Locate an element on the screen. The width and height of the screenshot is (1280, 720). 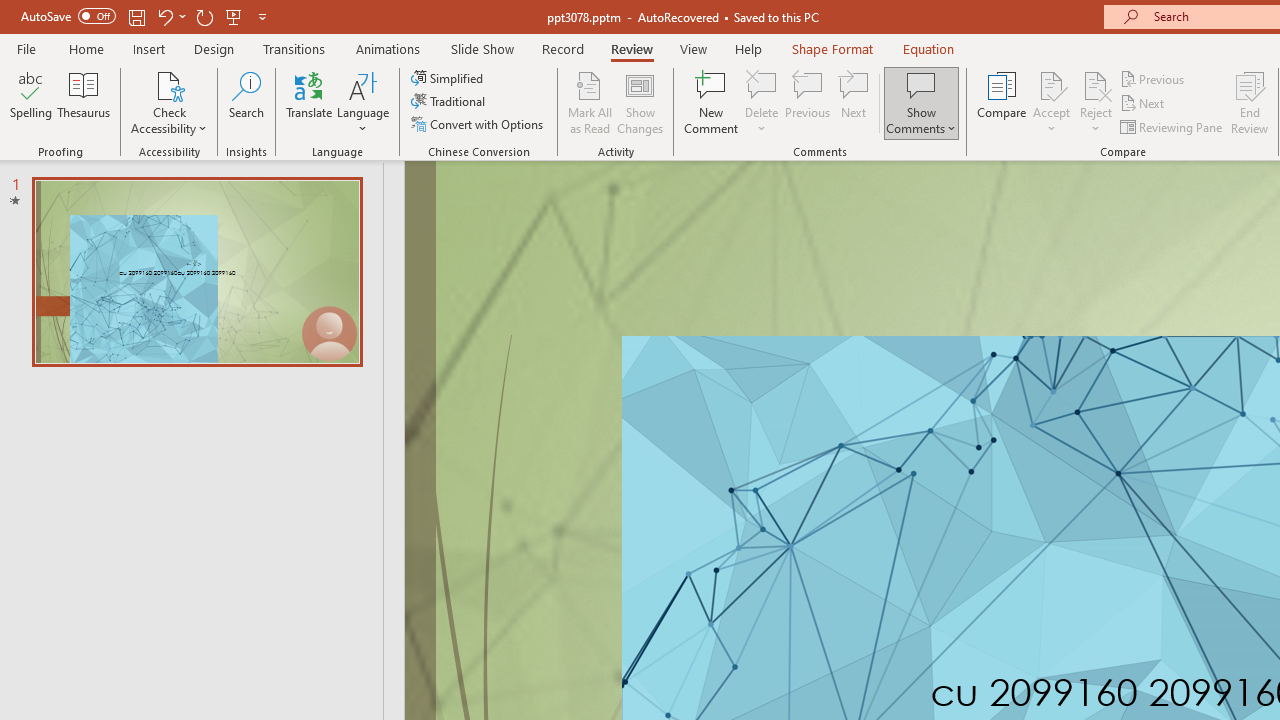
'Language' is located at coordinates (363, 103).